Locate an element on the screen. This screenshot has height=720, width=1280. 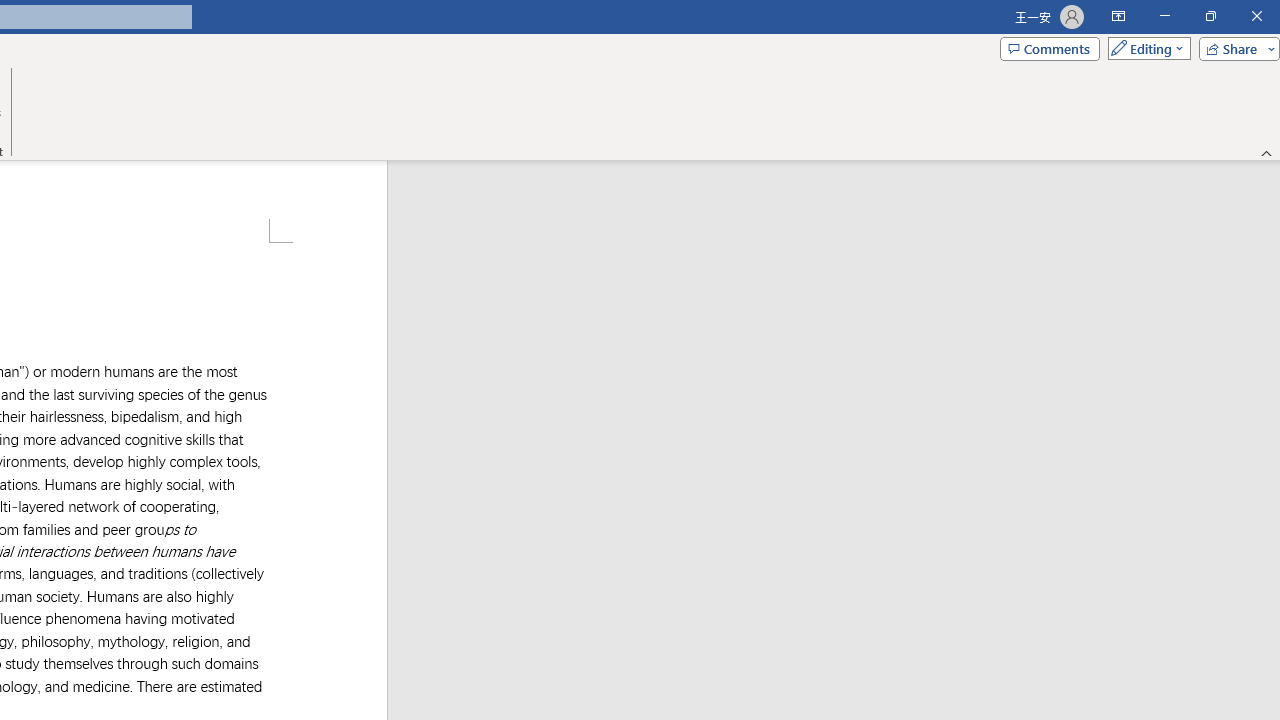
'Minimize' is located at coordinates (1164, 16).